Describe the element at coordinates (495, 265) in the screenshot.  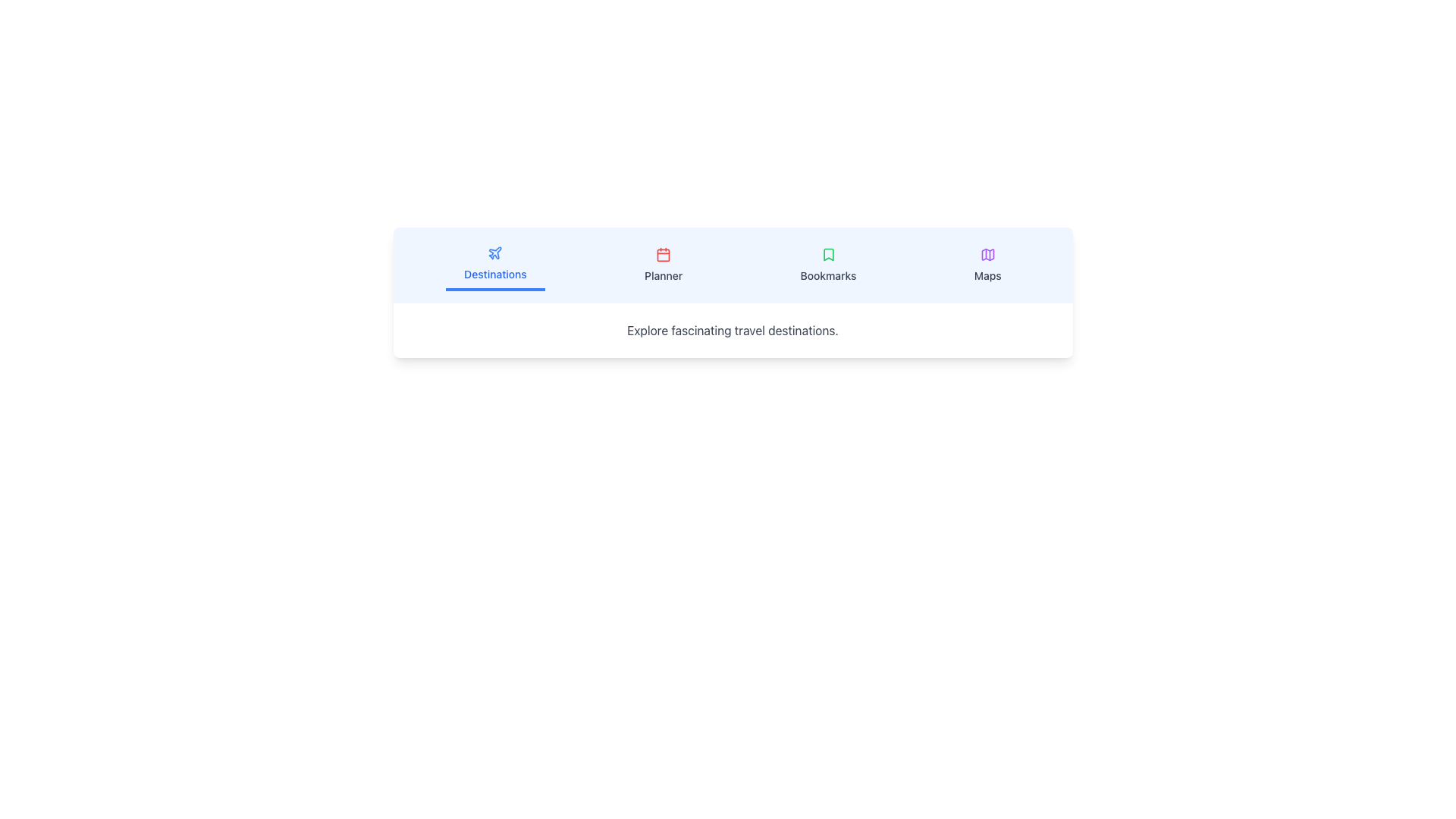
I see `the 'Destinations' button, which is the first button in a group of horizontally aligned buttons including 'Planner', 'Bookmarks', and 'Maps'` at that location.